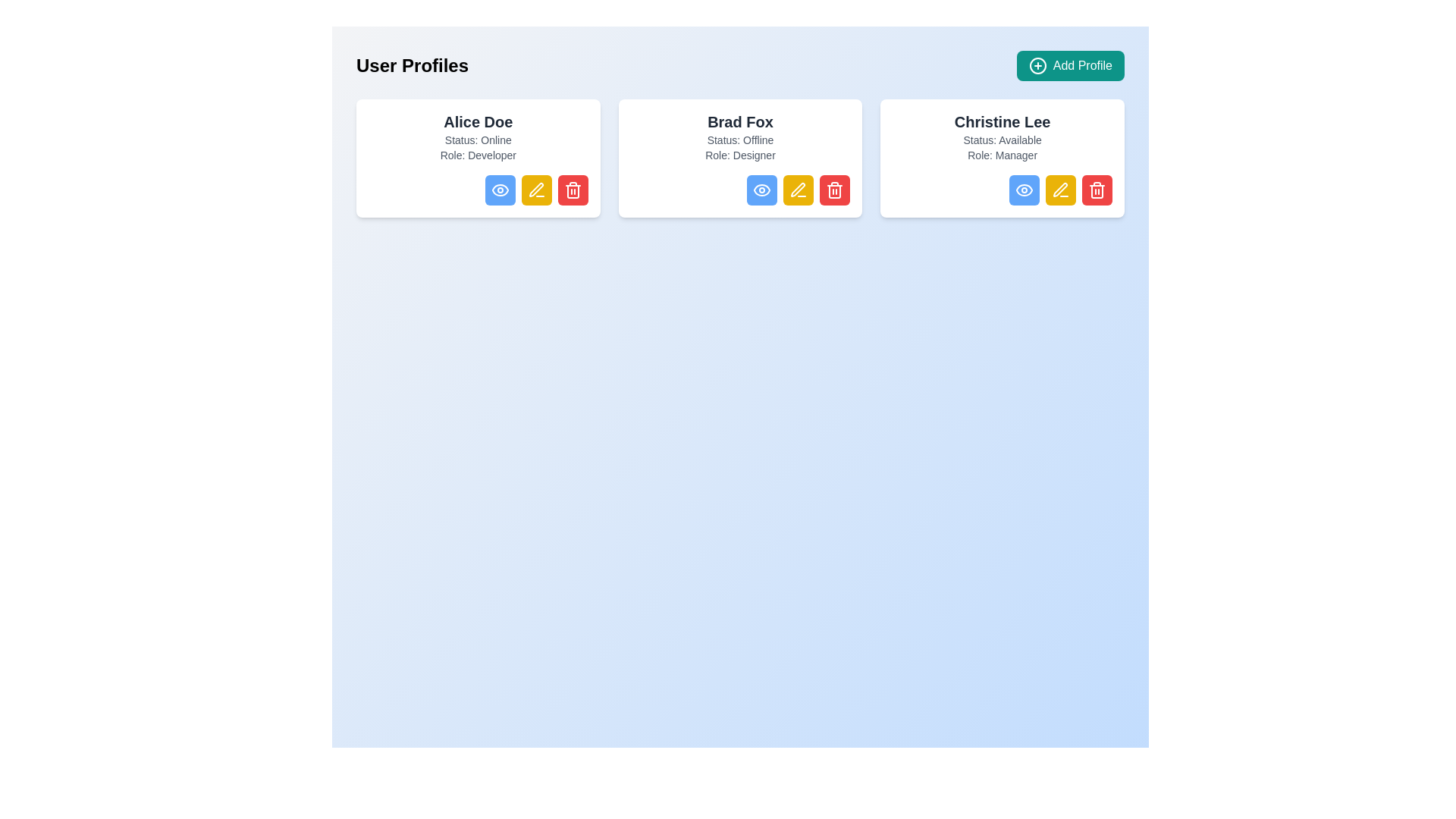 This screenshot has height=819, width=1456. What do you see at coordinates (477, 121) in the screenshot?
I see `the title text 'Alice Doe' which is styled with bold, large font and positioned prominently at the top of the leftmost profile card` at bounding box center [477, 121].